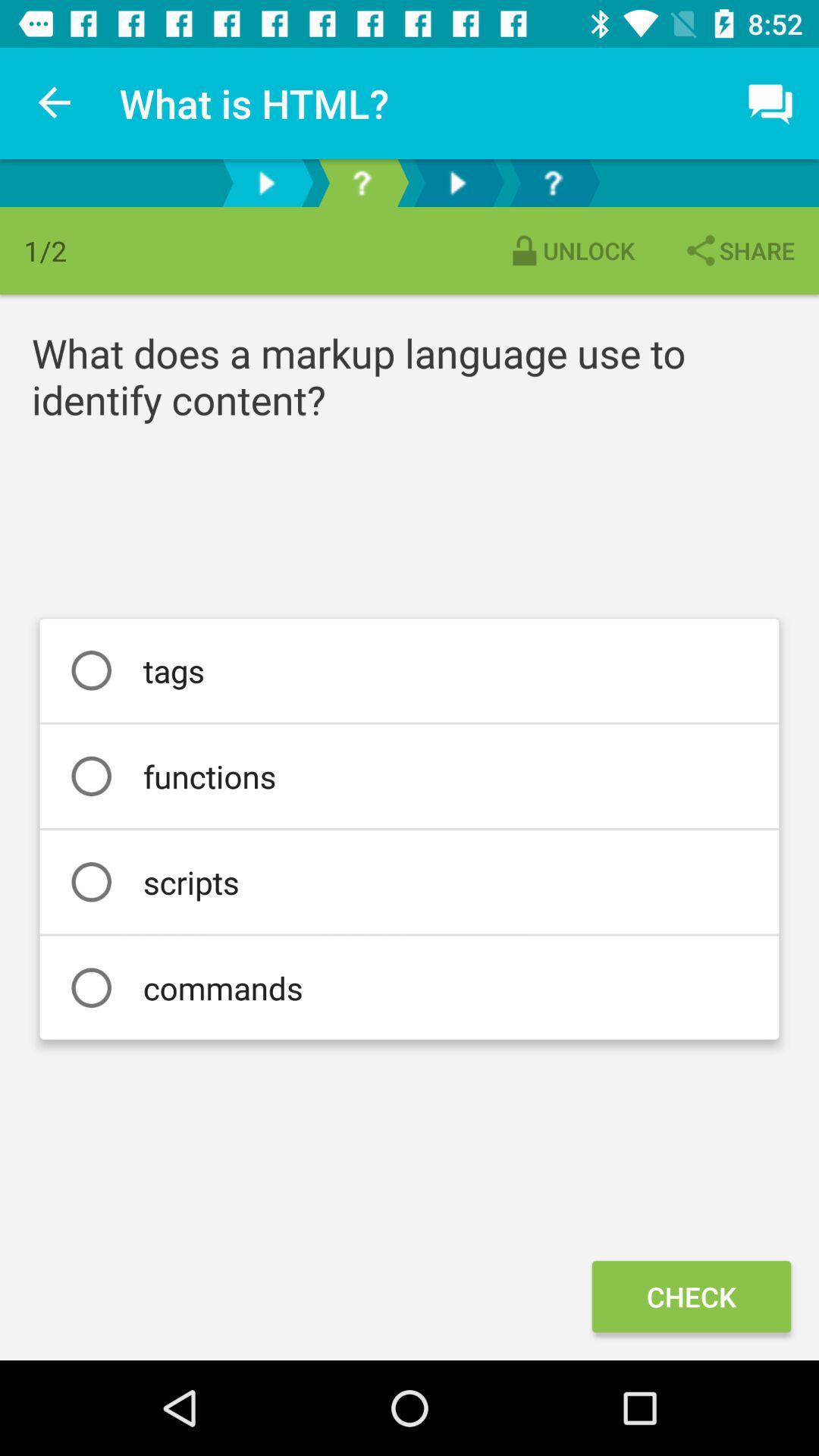  I want to click on next question, so click(362, 182).